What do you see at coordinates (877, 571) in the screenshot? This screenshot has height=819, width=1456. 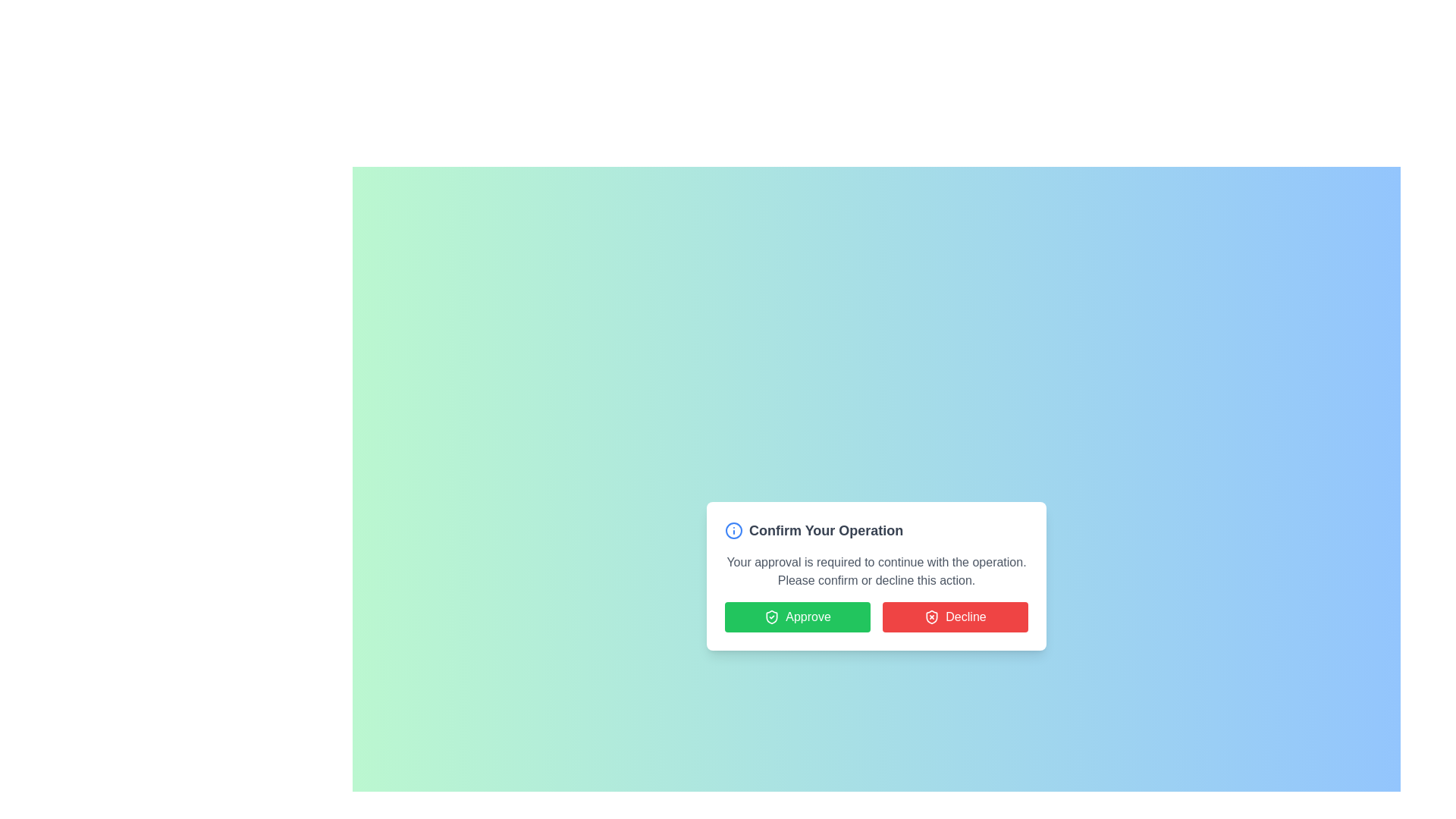 I see `the informational text that explains the requirement for approval to proceed with an operation, located in the central part of the modal box under the title 'Confirm Your Operation'` at bounding box center [877, 571].